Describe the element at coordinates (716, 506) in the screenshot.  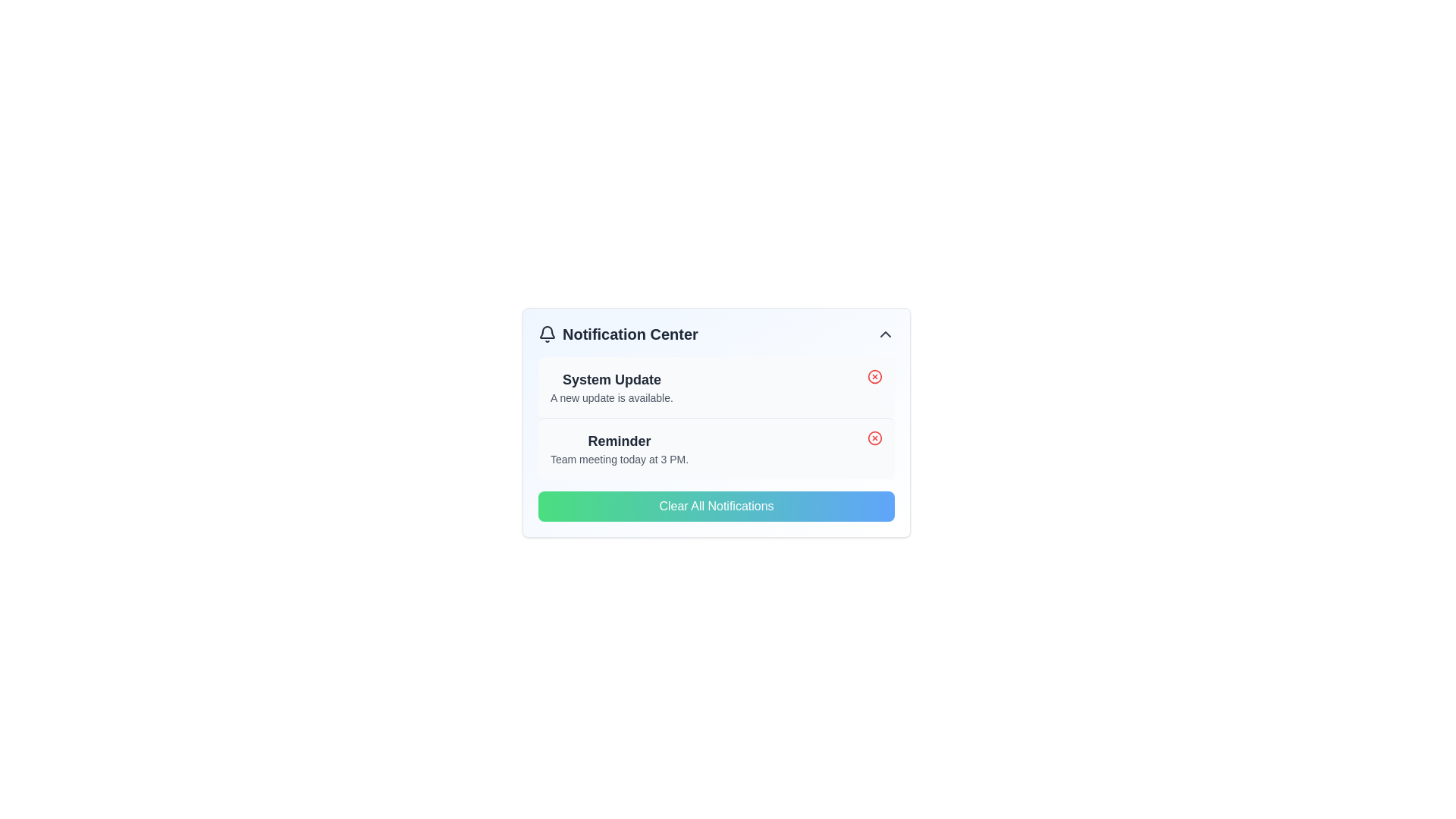
I see `the 'Clear Notifications' button located at the bottom of the 'Notification Center' to provide visual feedback` at that location.